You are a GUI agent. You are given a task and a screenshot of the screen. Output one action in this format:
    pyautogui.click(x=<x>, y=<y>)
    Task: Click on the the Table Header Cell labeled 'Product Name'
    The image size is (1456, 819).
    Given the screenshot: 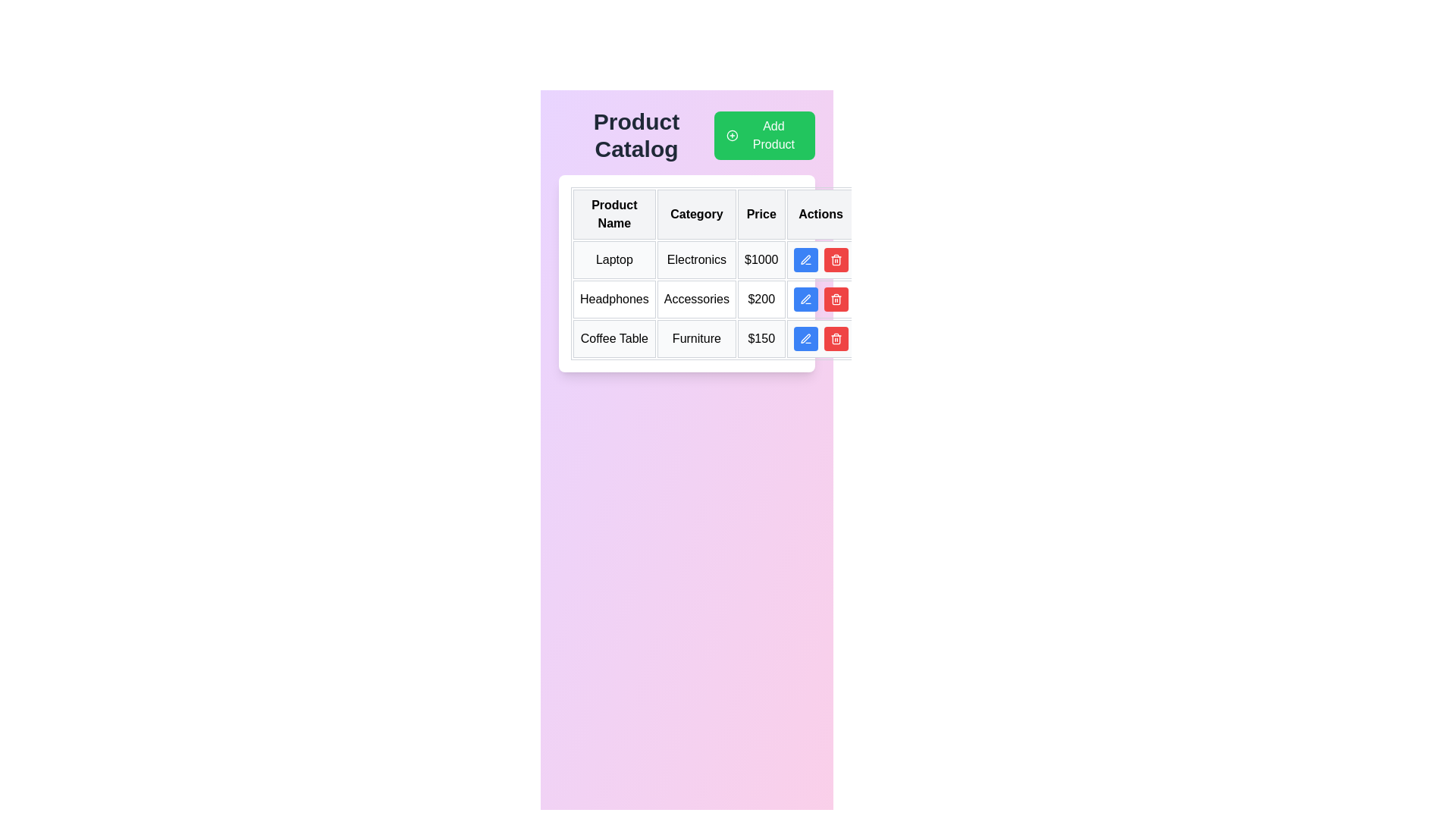 What is the action you would take?
    pyautogui.click(x=614, y=214)
    